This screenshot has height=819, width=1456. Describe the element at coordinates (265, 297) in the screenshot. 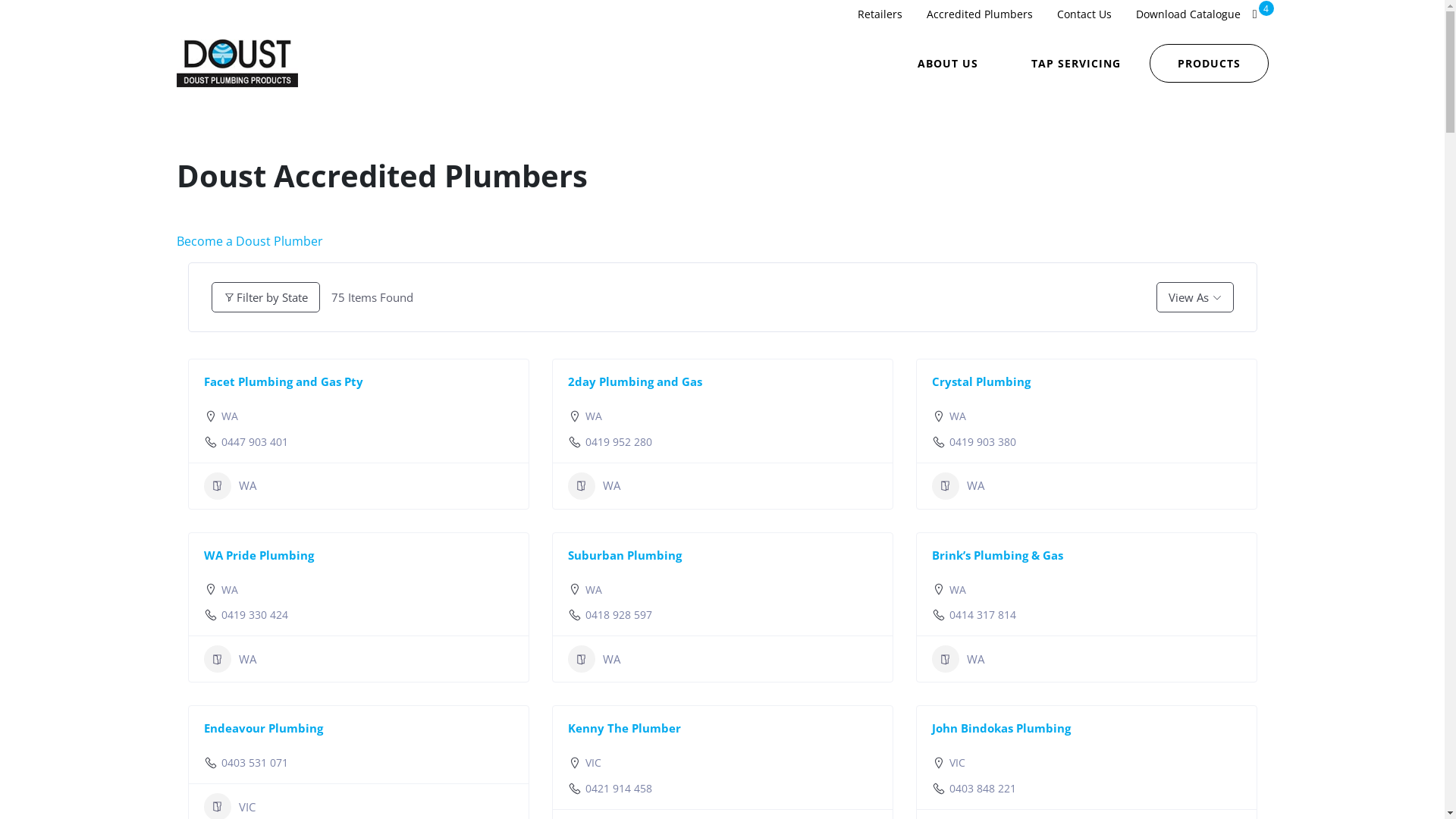

I see `'Filter by State'` at that location.